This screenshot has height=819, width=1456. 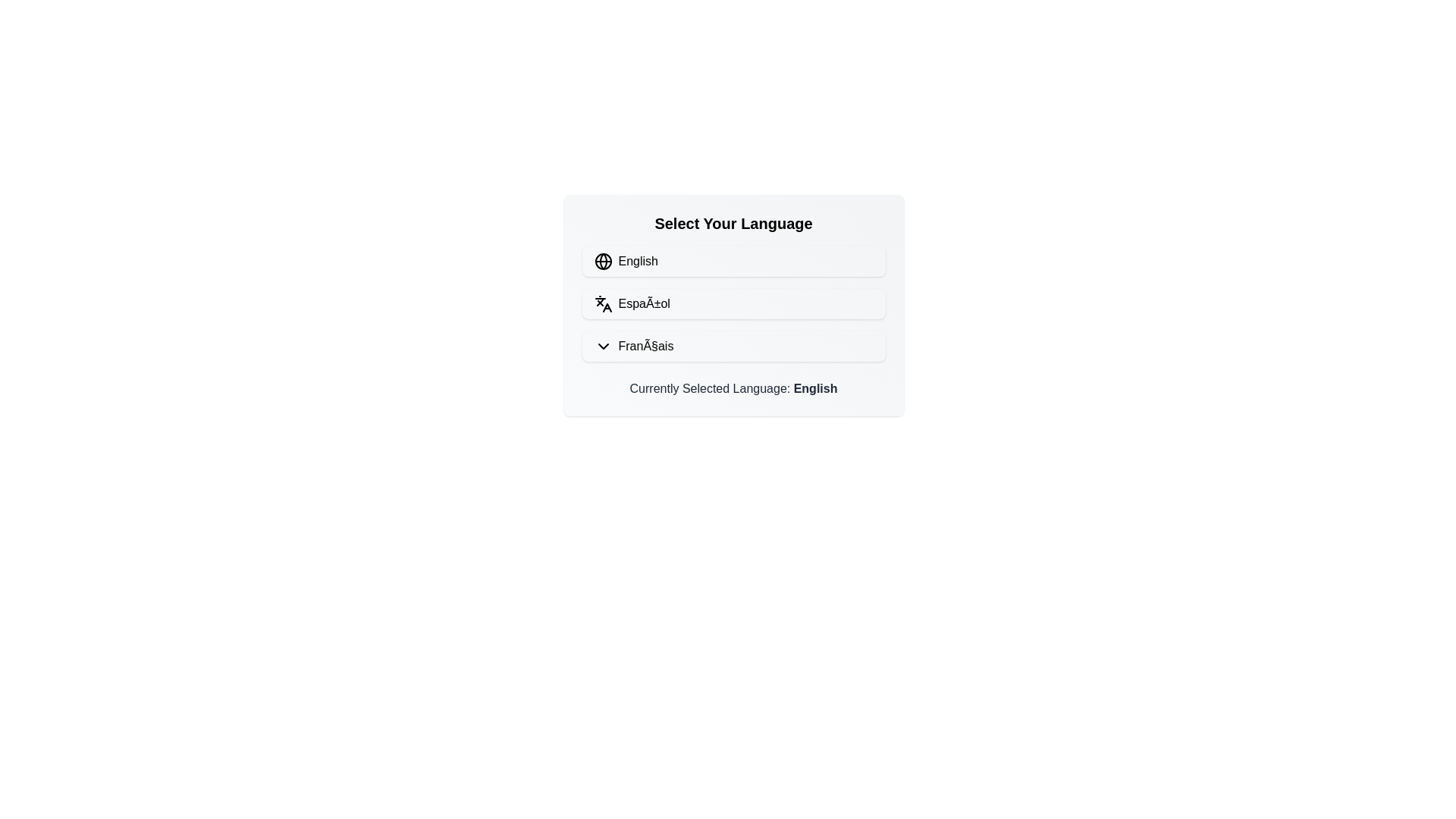 I want to click on text label displaying 'English' located to the right of the globe icon in the 'Select Your Language' section, so click(x=638, y=260).